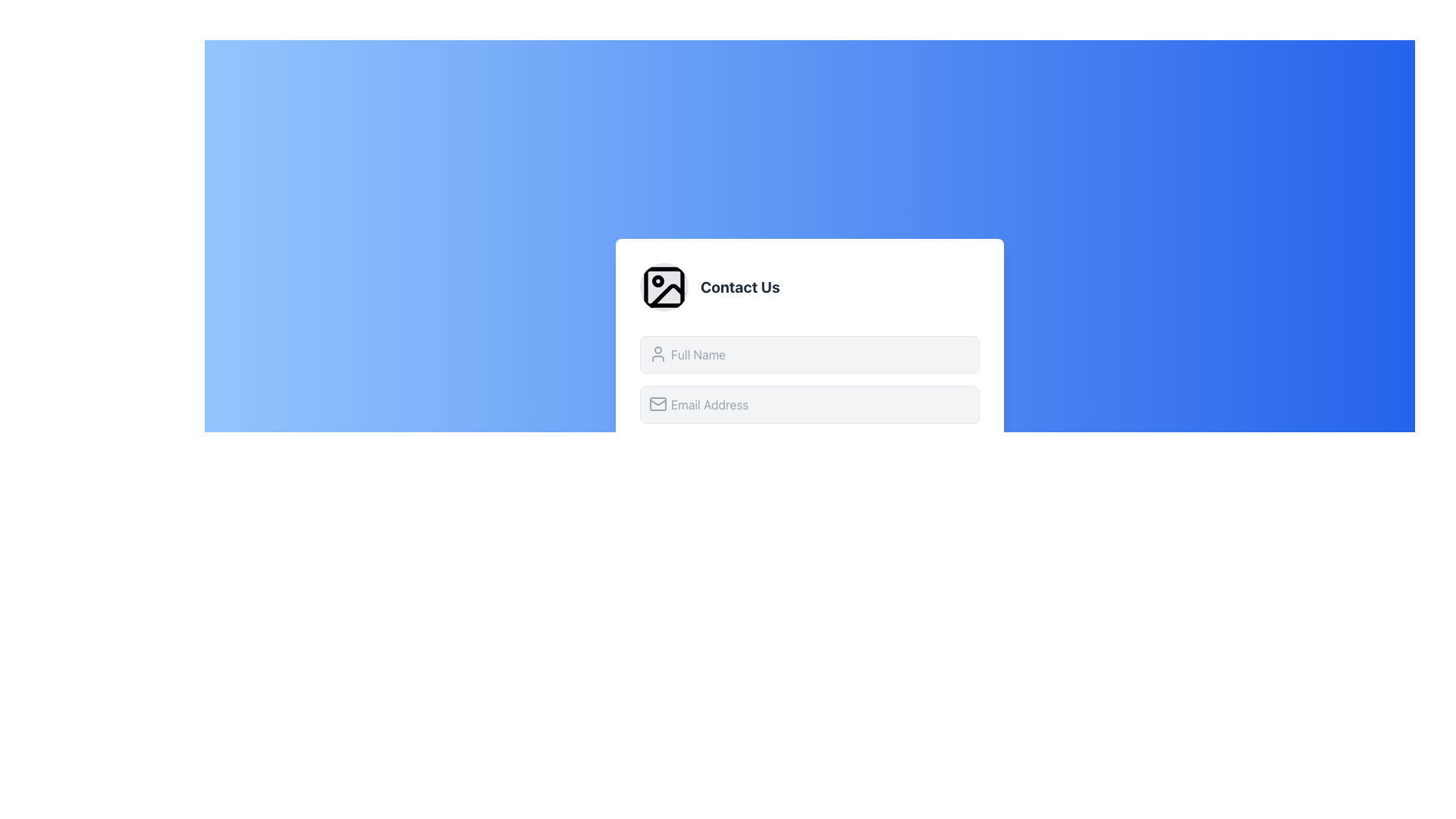 Image resolution: width=1456 pixels, height=819 pixels. Describe the element at coordinates (658, 403) in the screenshot. I see `the envelope icon's main body, which is a rectangular box with rounded corners representing mail functionality, located to the left of the email address input field in the Contact Us form` at that location.